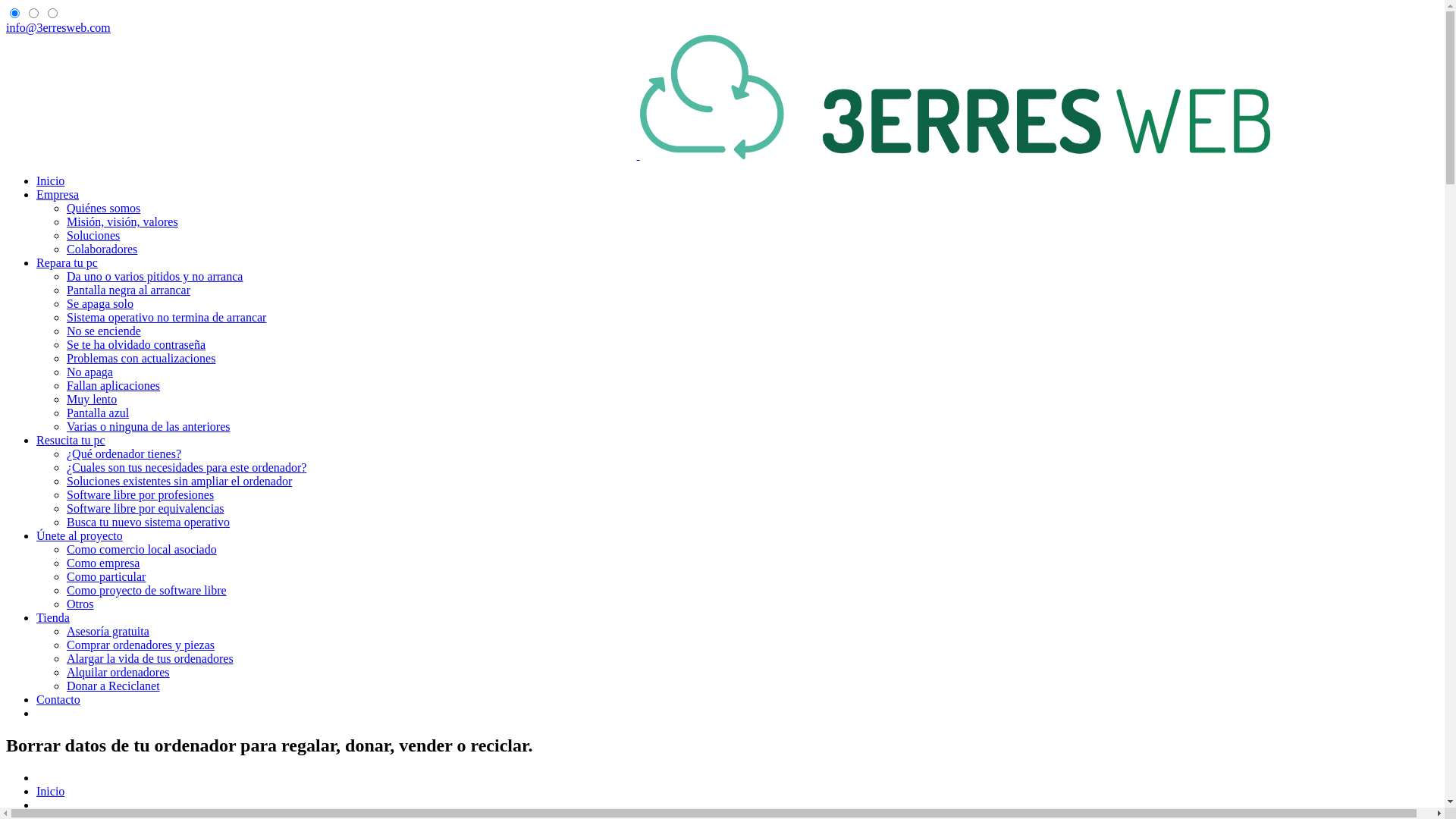 This screenshot has width=1456, height=819. I want to click on 'Sistema operativo no termina de arrancar', so click(166, 316).